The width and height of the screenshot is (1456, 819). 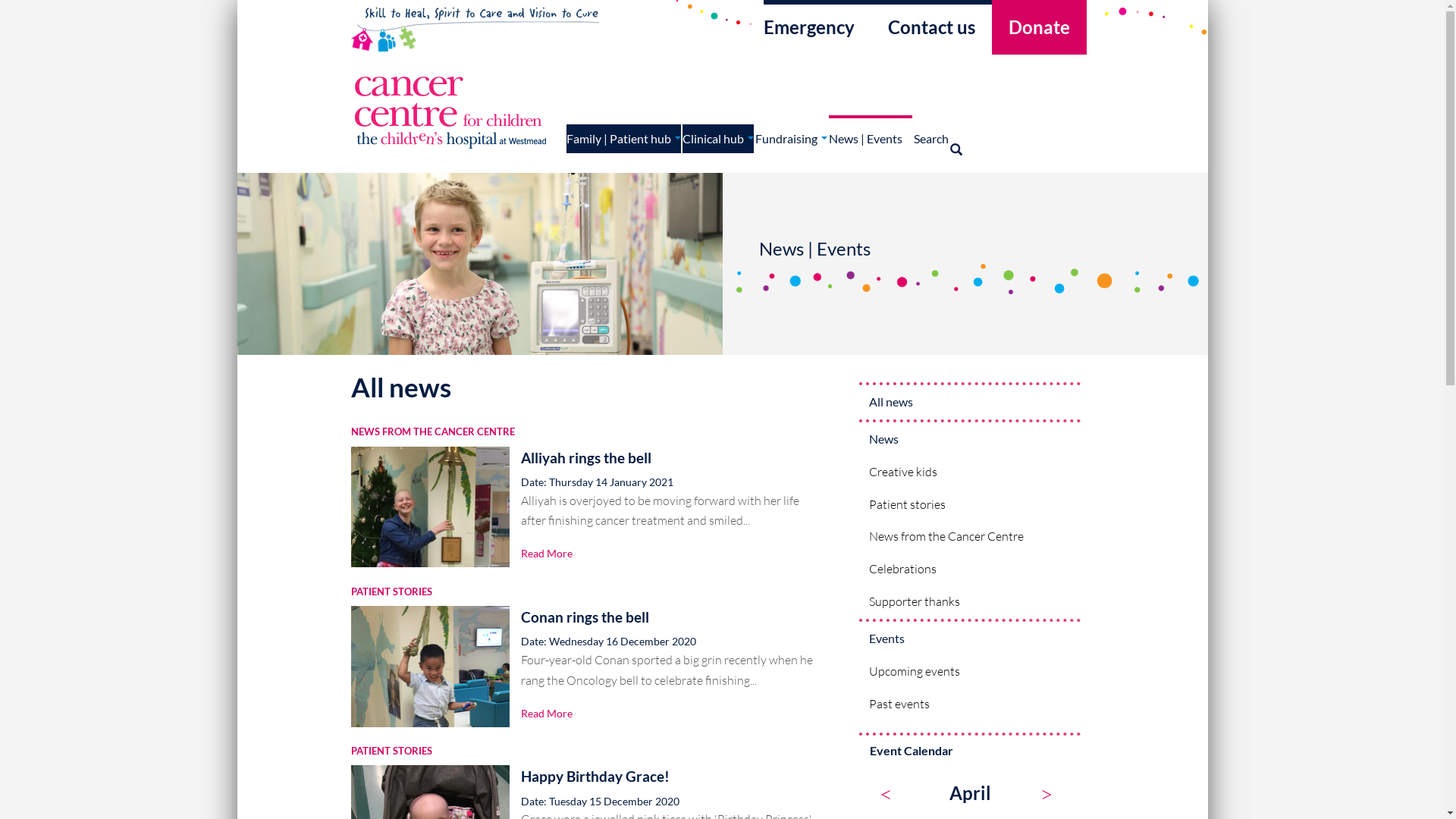 What do you see at coordinates (349, 431) in the screenshot?
I see `'NEWS FROM THE CANCER CENTRE'` at bounding box center [349, 431].